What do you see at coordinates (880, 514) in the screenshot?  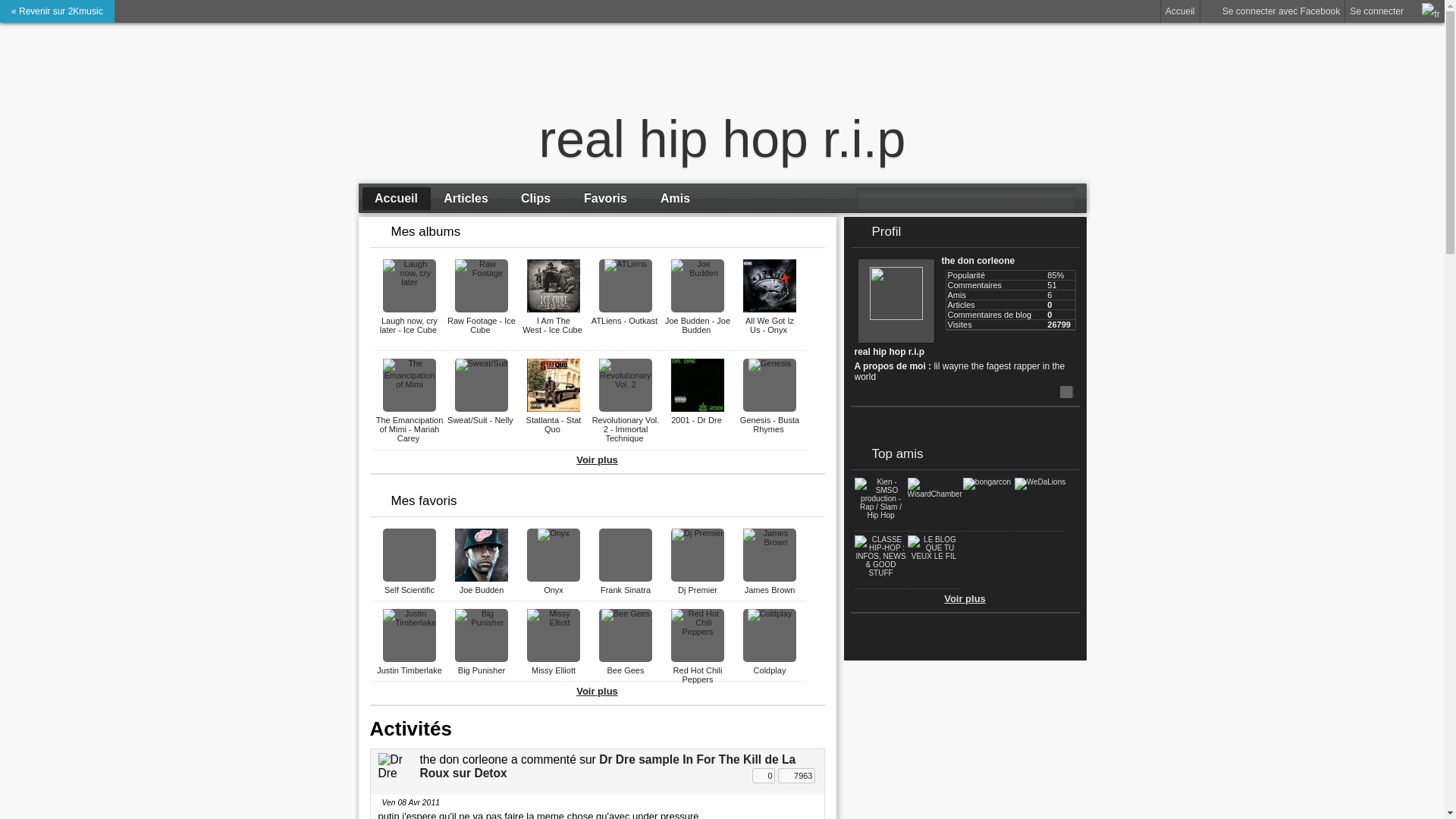 I see `'Kien - SMSO production - Rap / Slam / Hip Hop'` at bounding box center [880, 514].